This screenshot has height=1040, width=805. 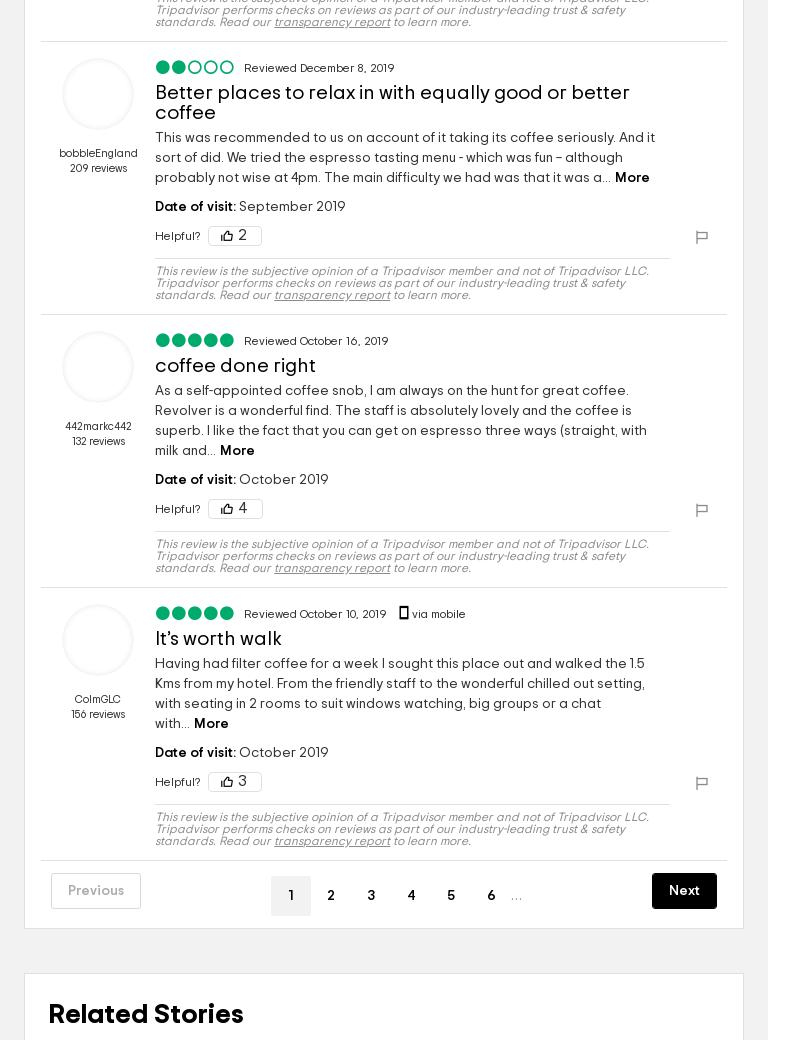 I want to click on '209 reviews', so click(x=67, y=168).